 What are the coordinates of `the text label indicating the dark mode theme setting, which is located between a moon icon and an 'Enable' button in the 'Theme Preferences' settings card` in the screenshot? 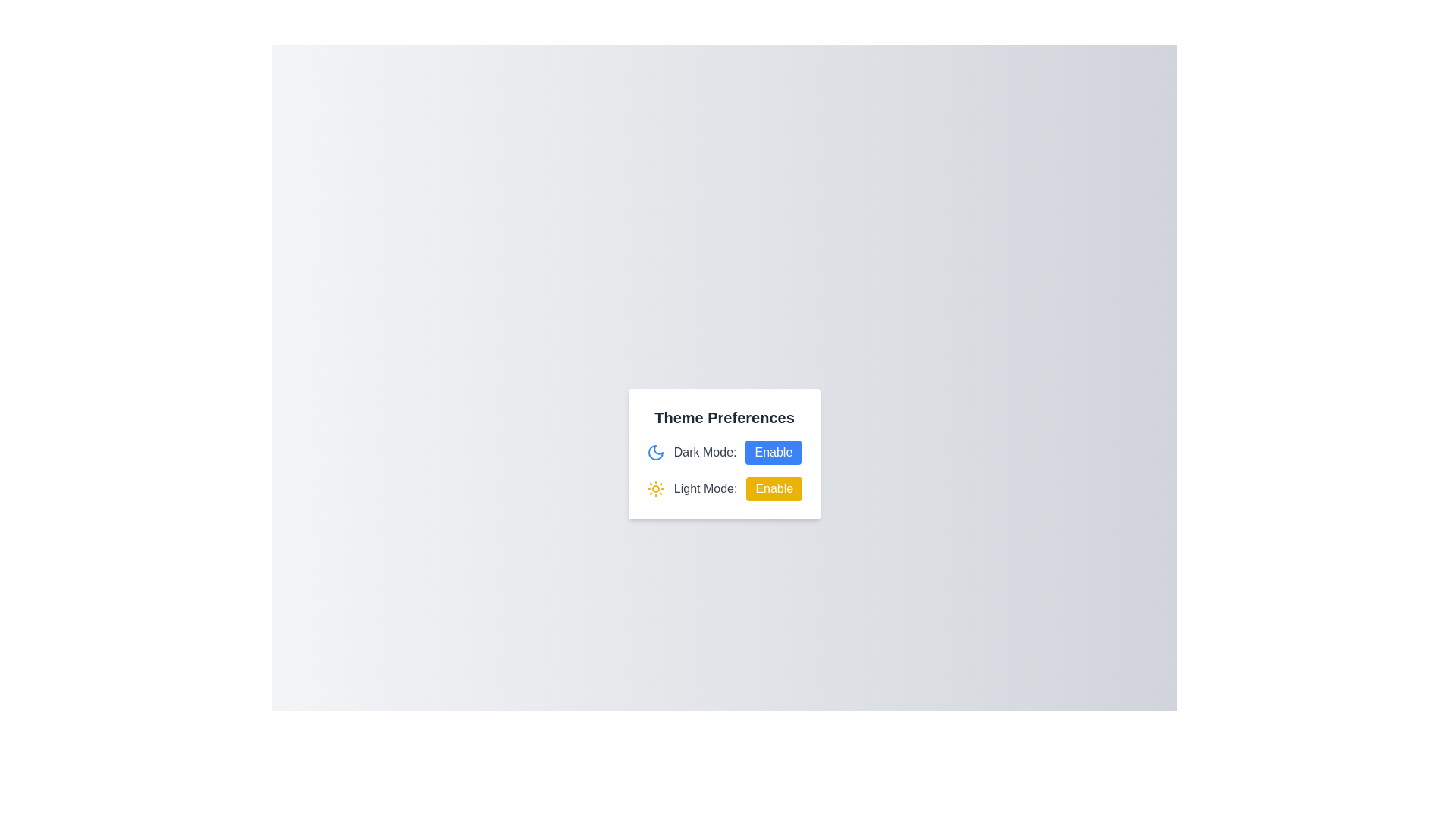 It's located at (704, 452).